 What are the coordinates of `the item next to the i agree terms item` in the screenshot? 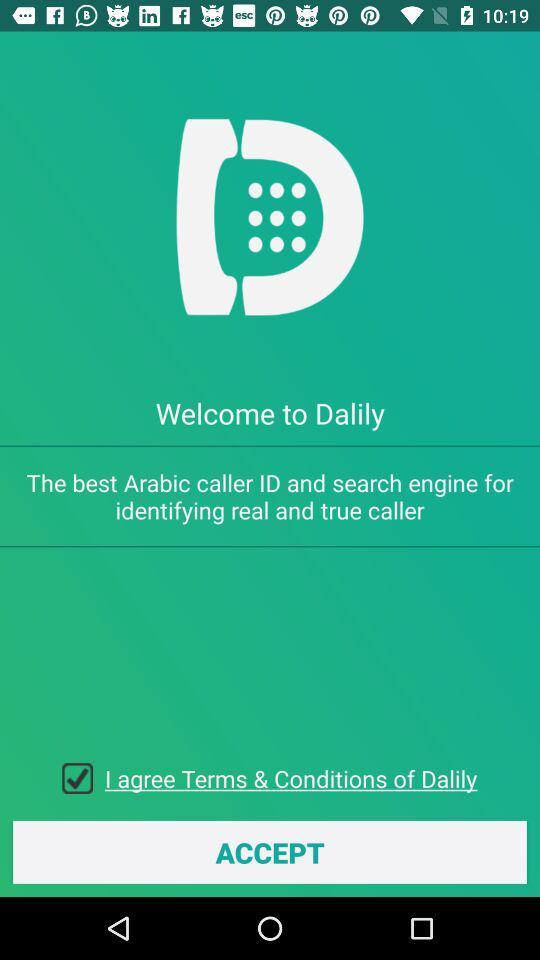 It's located at (82, 777).